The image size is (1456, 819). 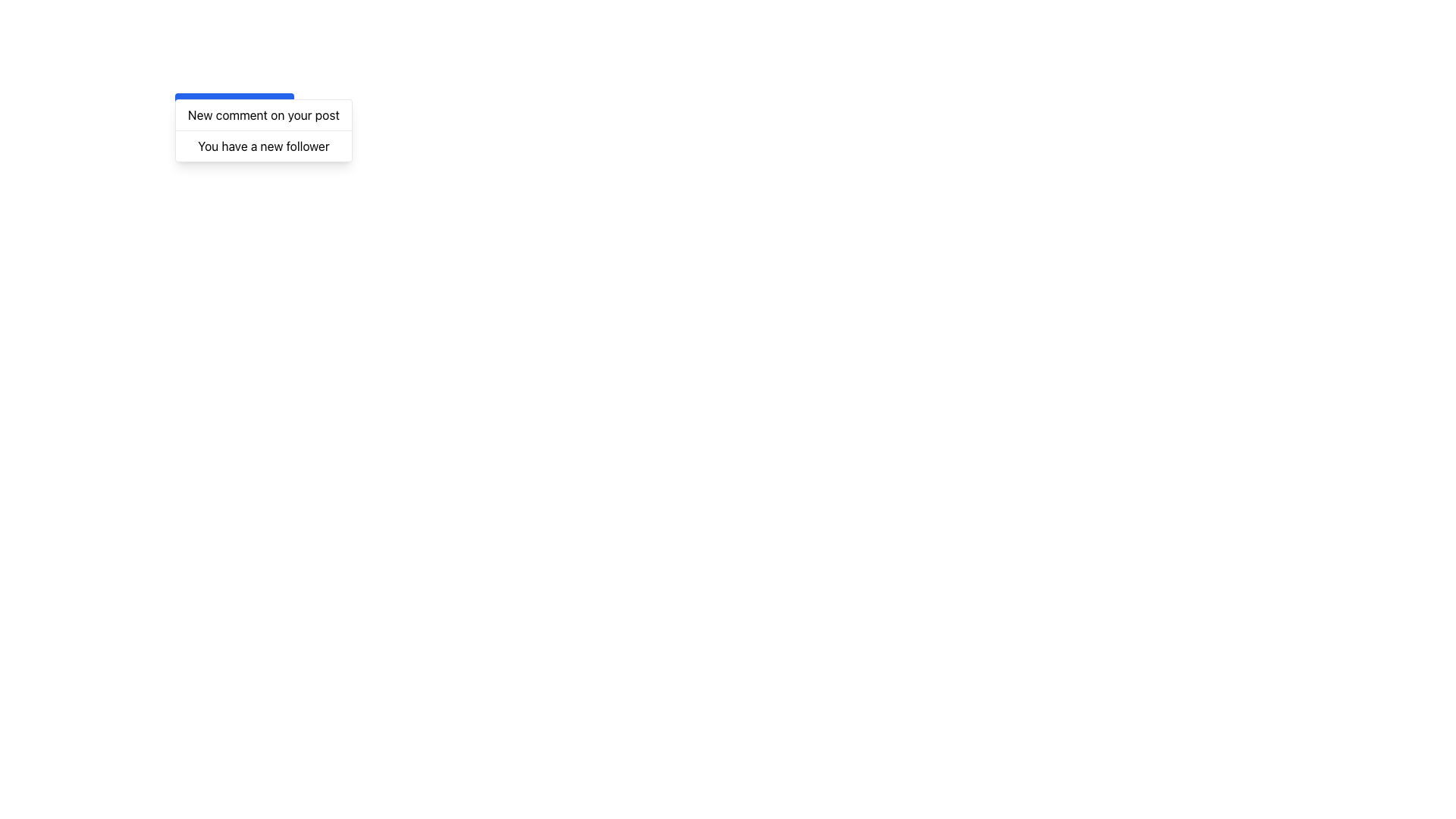 What do you see at coordinates (191, 107) in the screenshot?
I see `the notification bell icon, which is styled with a light color and minimalistic outline design, located to the left of the text '2 Notifications'` at bounding box center [191, 107].